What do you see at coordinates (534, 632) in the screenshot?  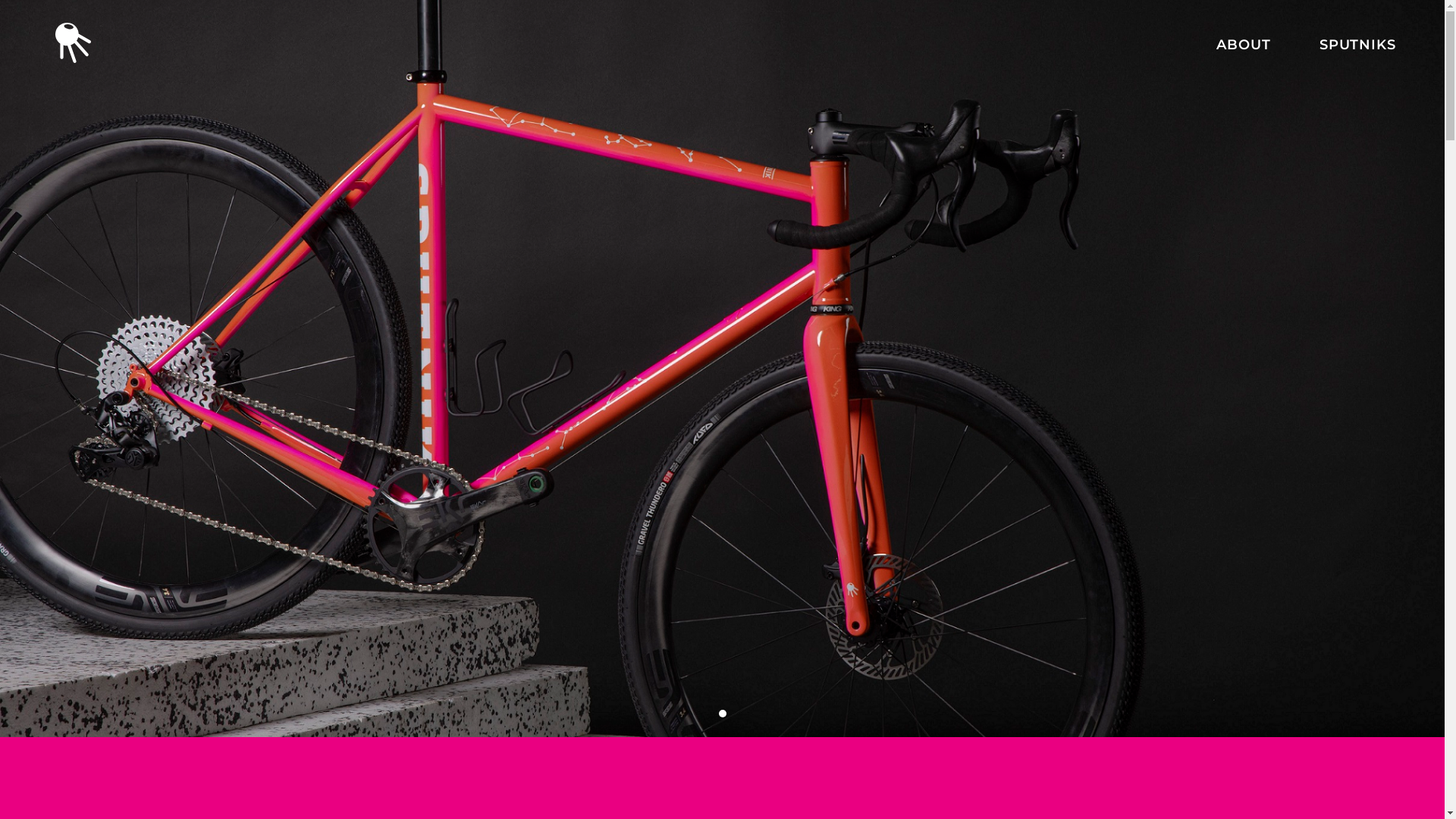 I see `'hello@wearesputnik.cc'` at bounding box center [534, 632].